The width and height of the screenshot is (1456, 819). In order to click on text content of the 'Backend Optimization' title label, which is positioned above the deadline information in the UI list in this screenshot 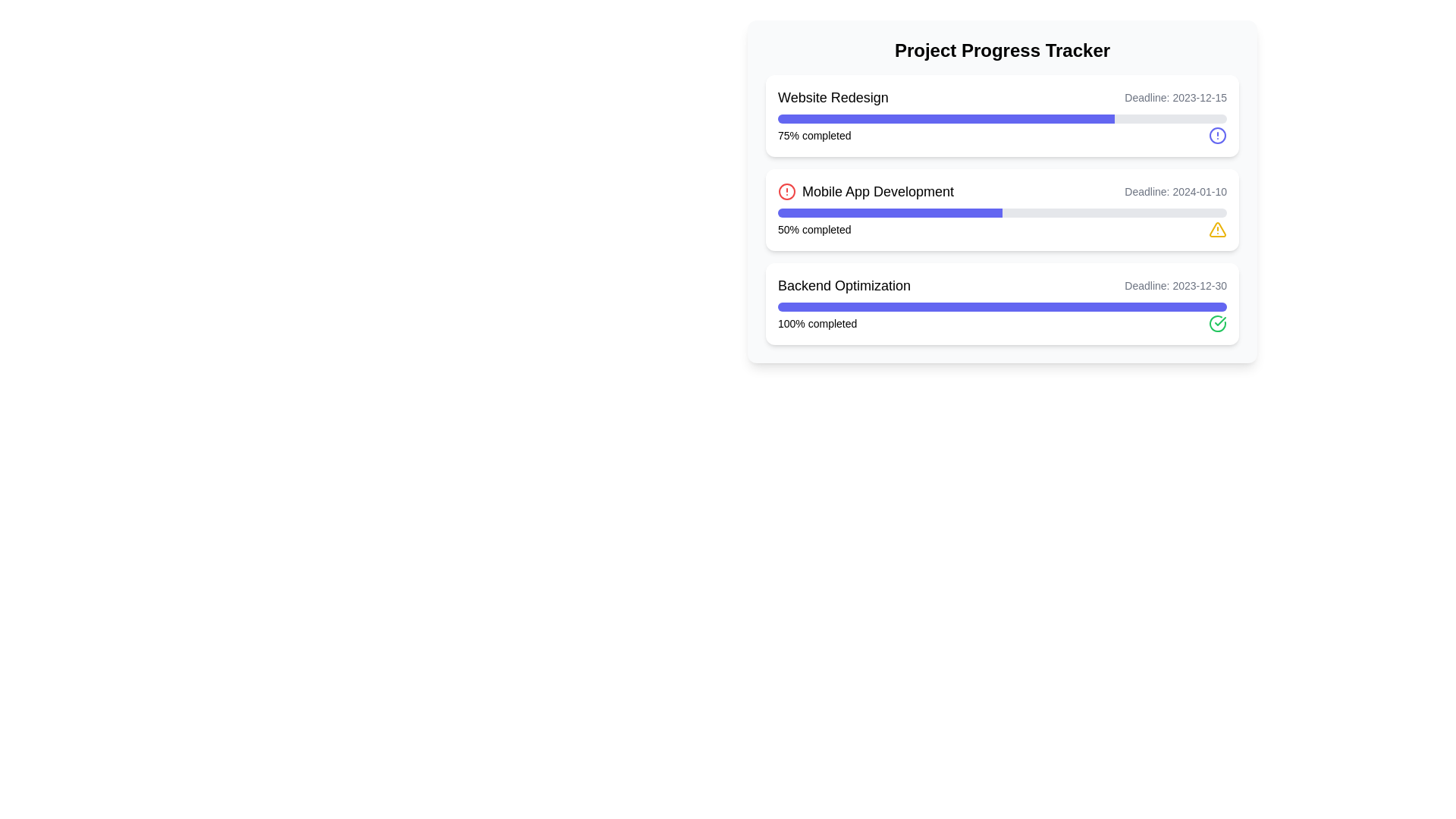, I will do `click(843, 286)`.